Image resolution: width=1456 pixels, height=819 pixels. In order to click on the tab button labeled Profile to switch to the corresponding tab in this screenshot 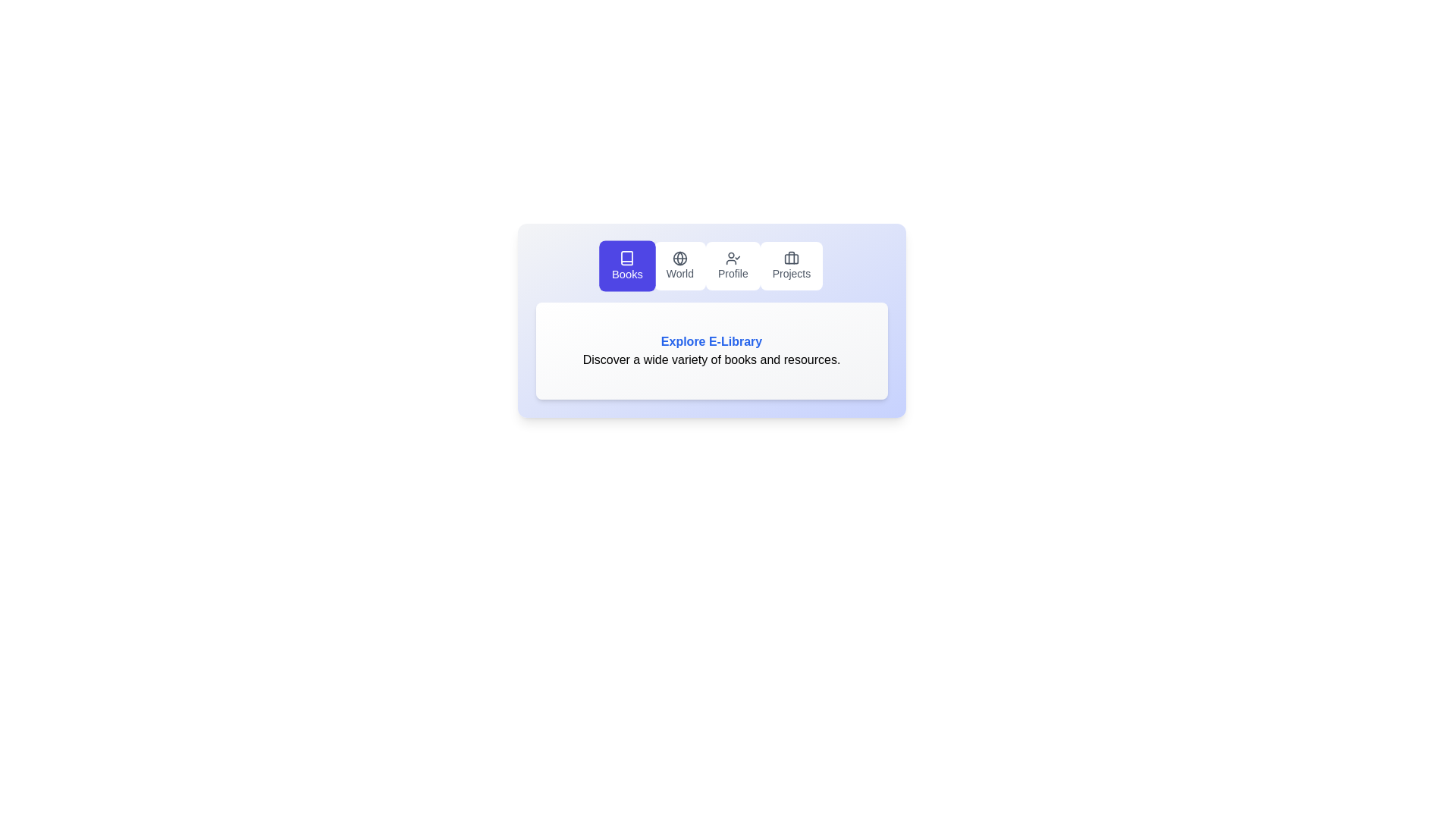, I will do `click(733, 265)`.